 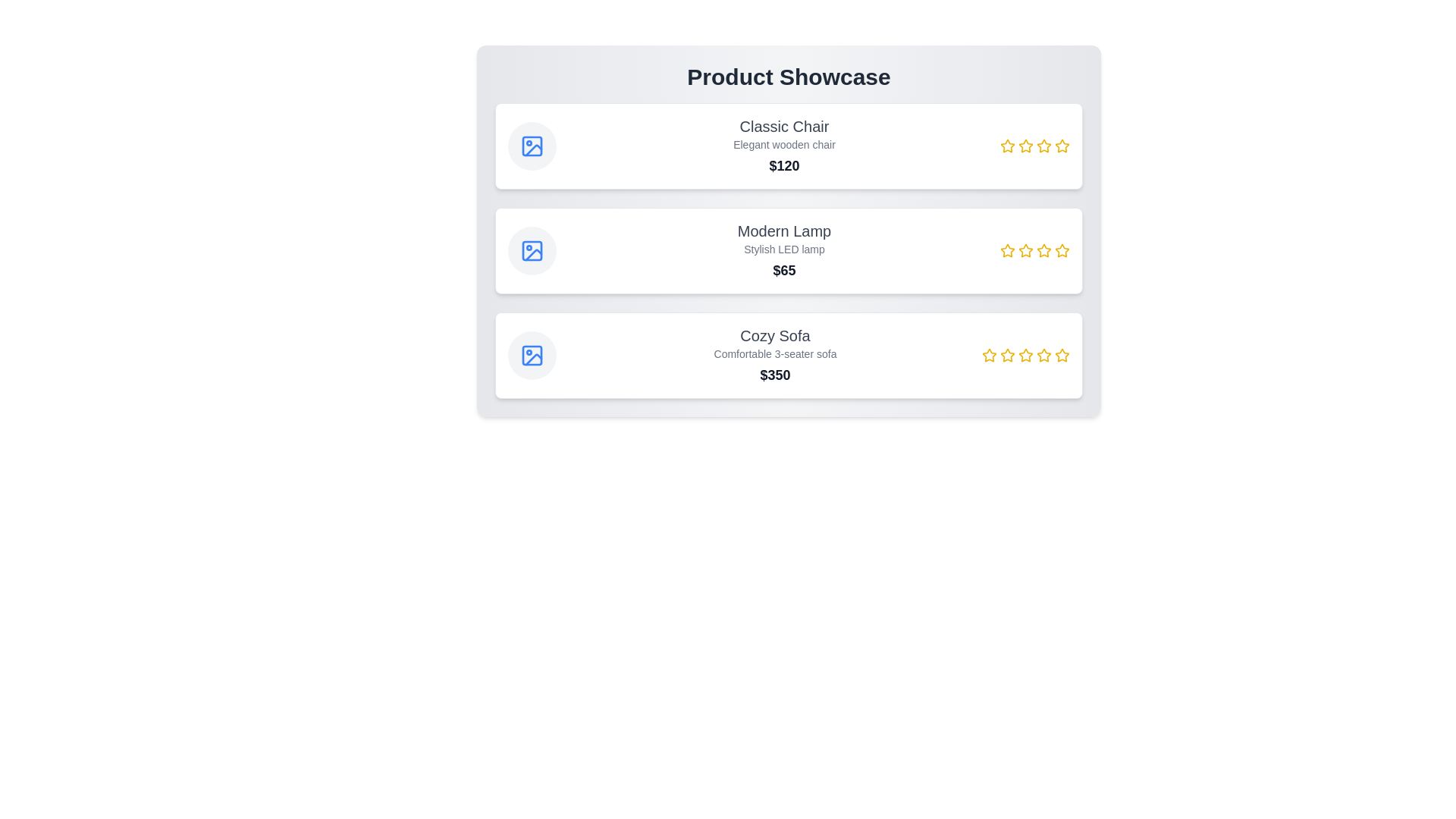 I want to click on the product container for Cozy Sofa, so click(x=789, y=356).